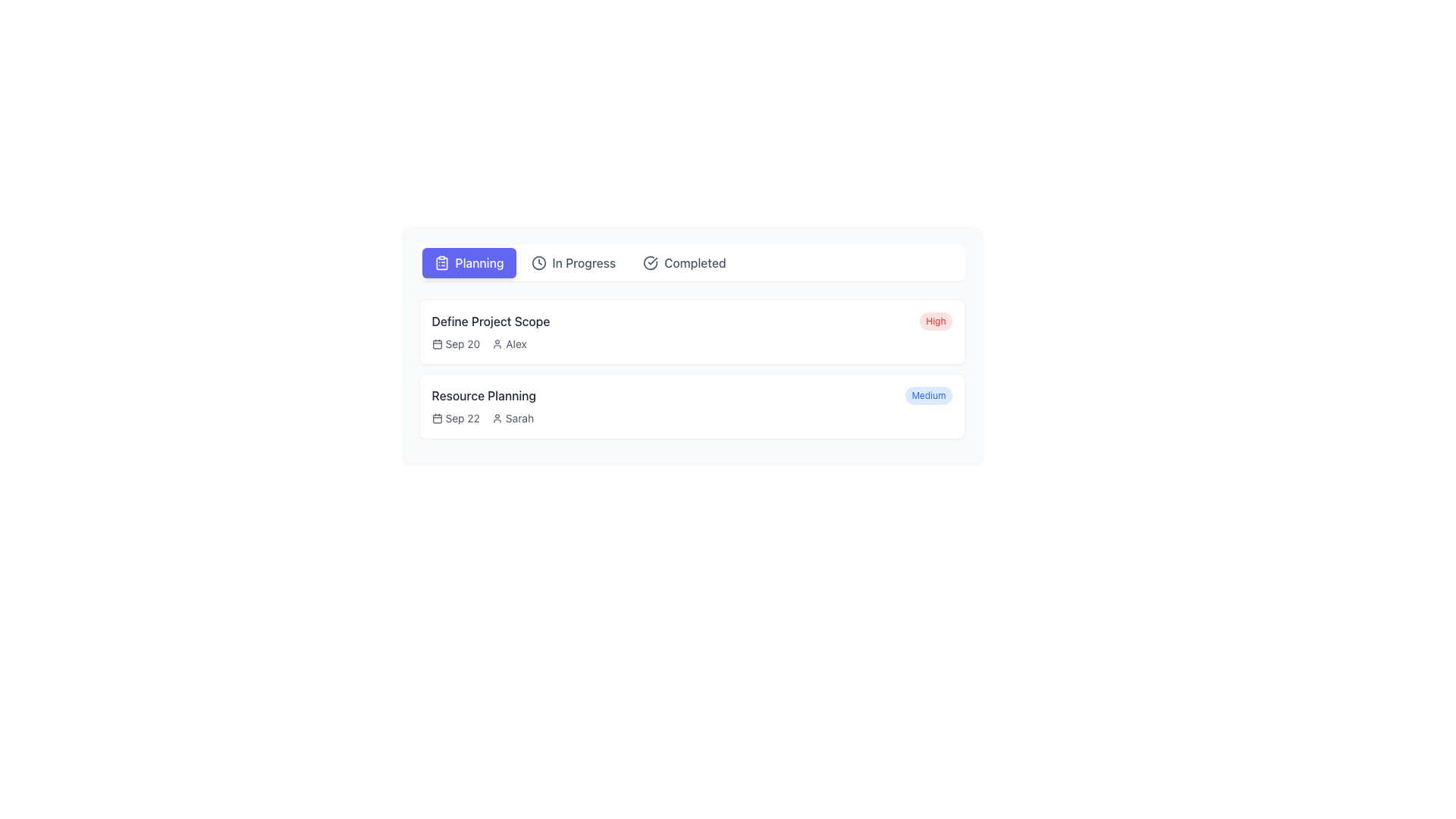 This screenshot has width=1456, height=819. What do you see at coordinates (691, 406) in the screenshot?
I see `the 'Resource Planning' task card` at bounding box center [691, 406].